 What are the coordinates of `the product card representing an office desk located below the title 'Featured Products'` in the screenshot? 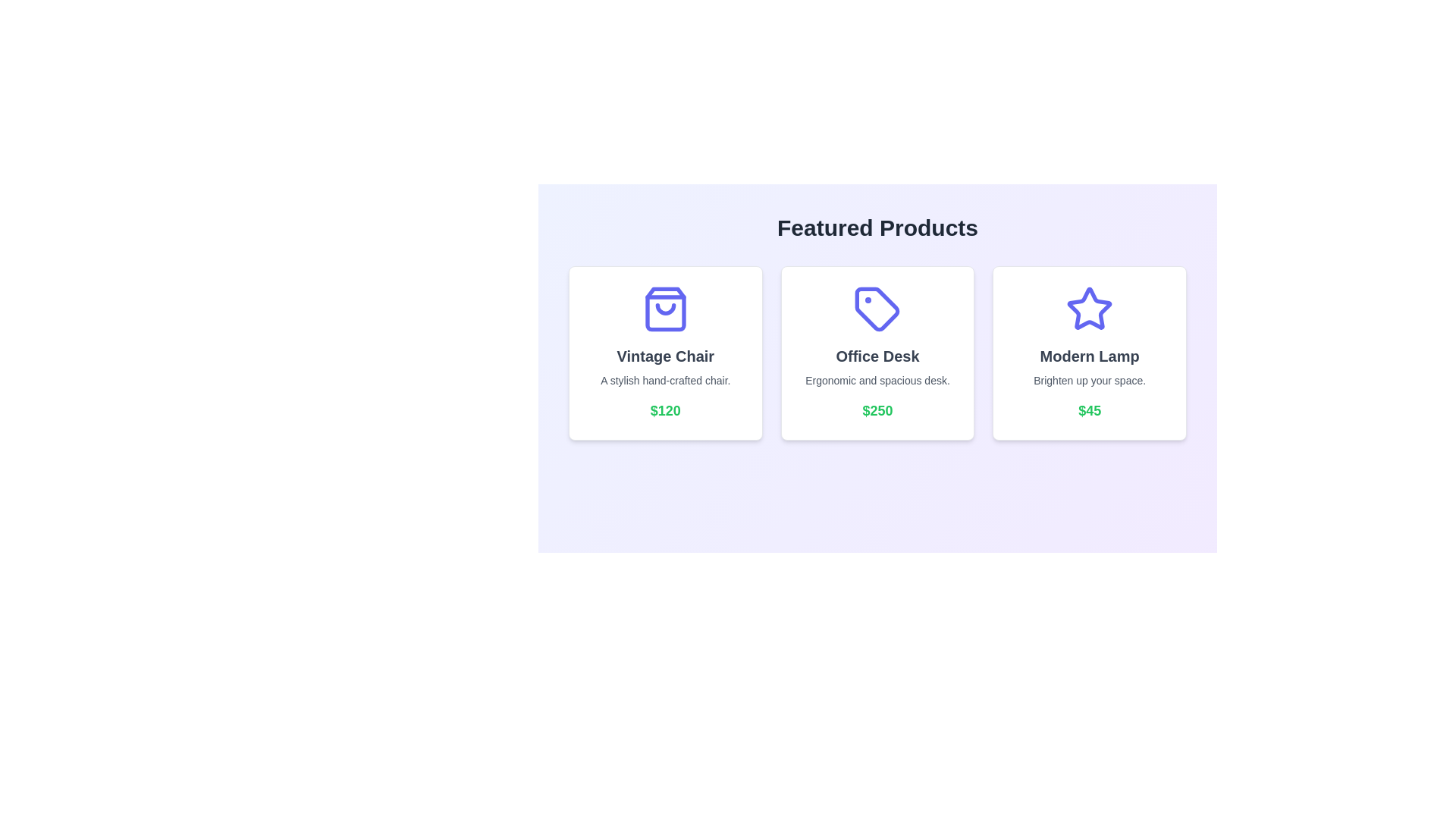 It's located at (877, 359).